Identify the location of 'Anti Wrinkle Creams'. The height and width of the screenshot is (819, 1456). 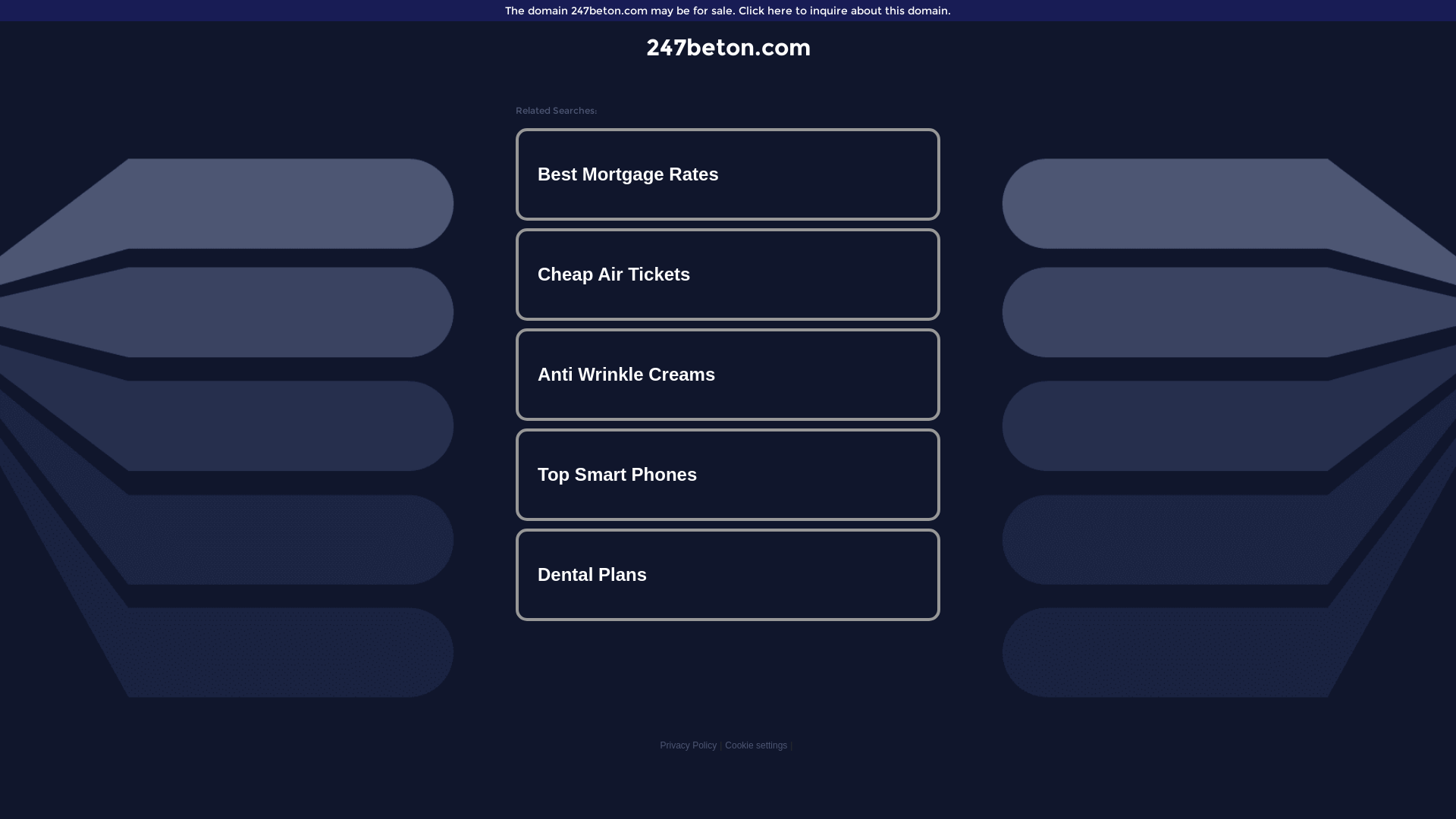
(728, 374).